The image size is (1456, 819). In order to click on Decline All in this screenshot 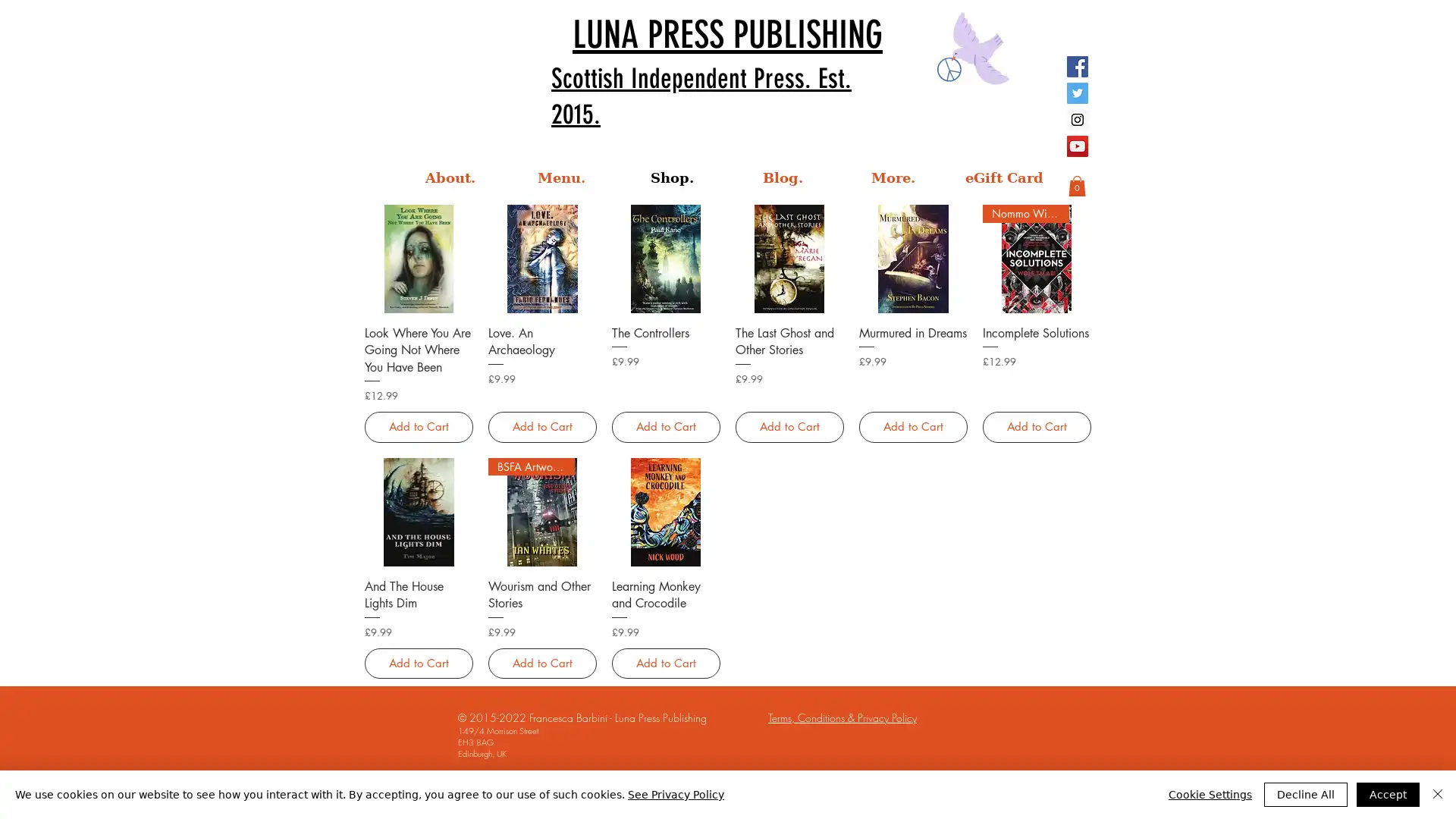, I will do `click(1305, 794)`.